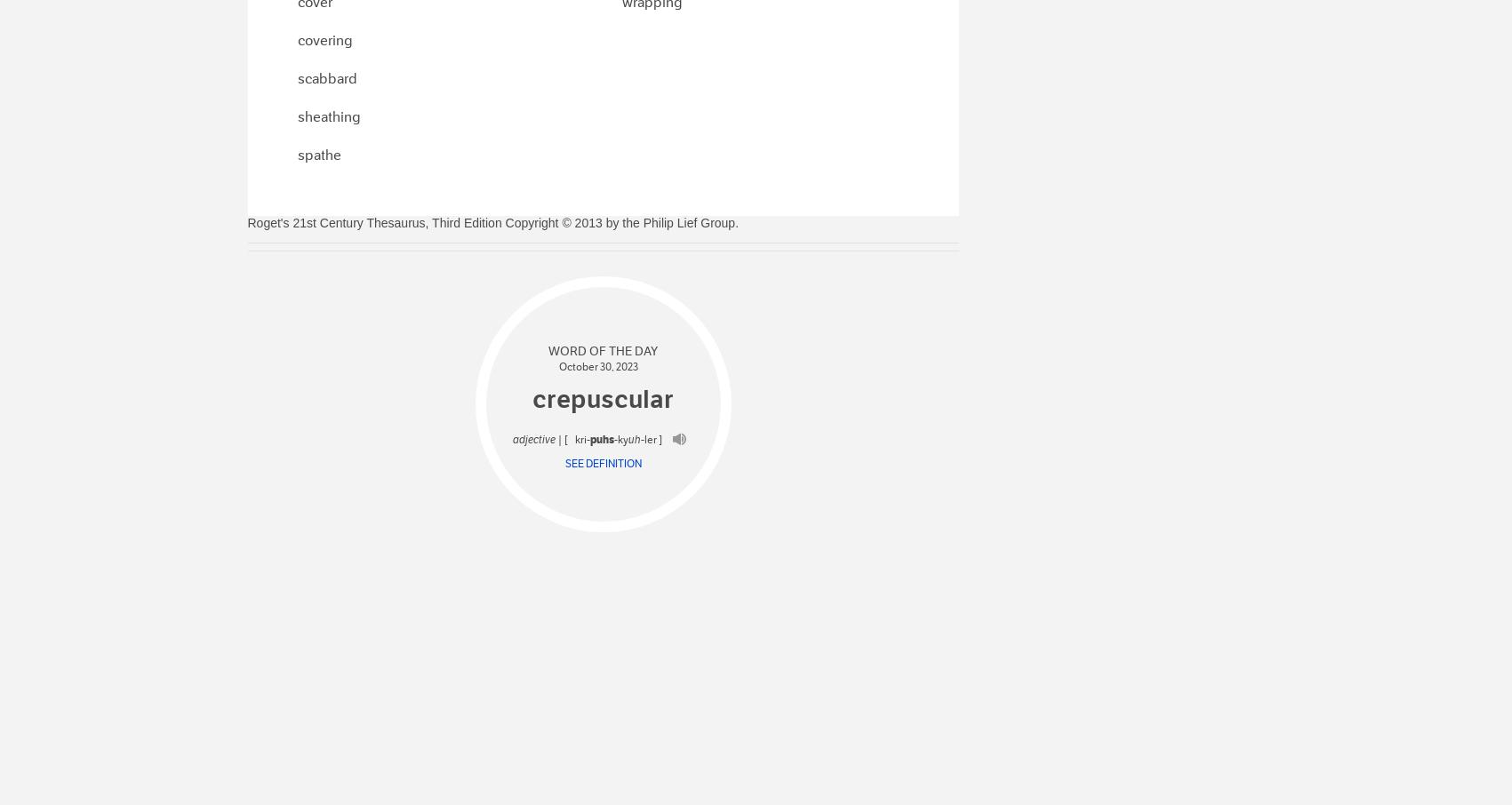  I want to click on 'Roget's 21st Century Thesaurus, Third Edition Copyright © 2013 by the Philip Lief Group.', so click(492, 221).